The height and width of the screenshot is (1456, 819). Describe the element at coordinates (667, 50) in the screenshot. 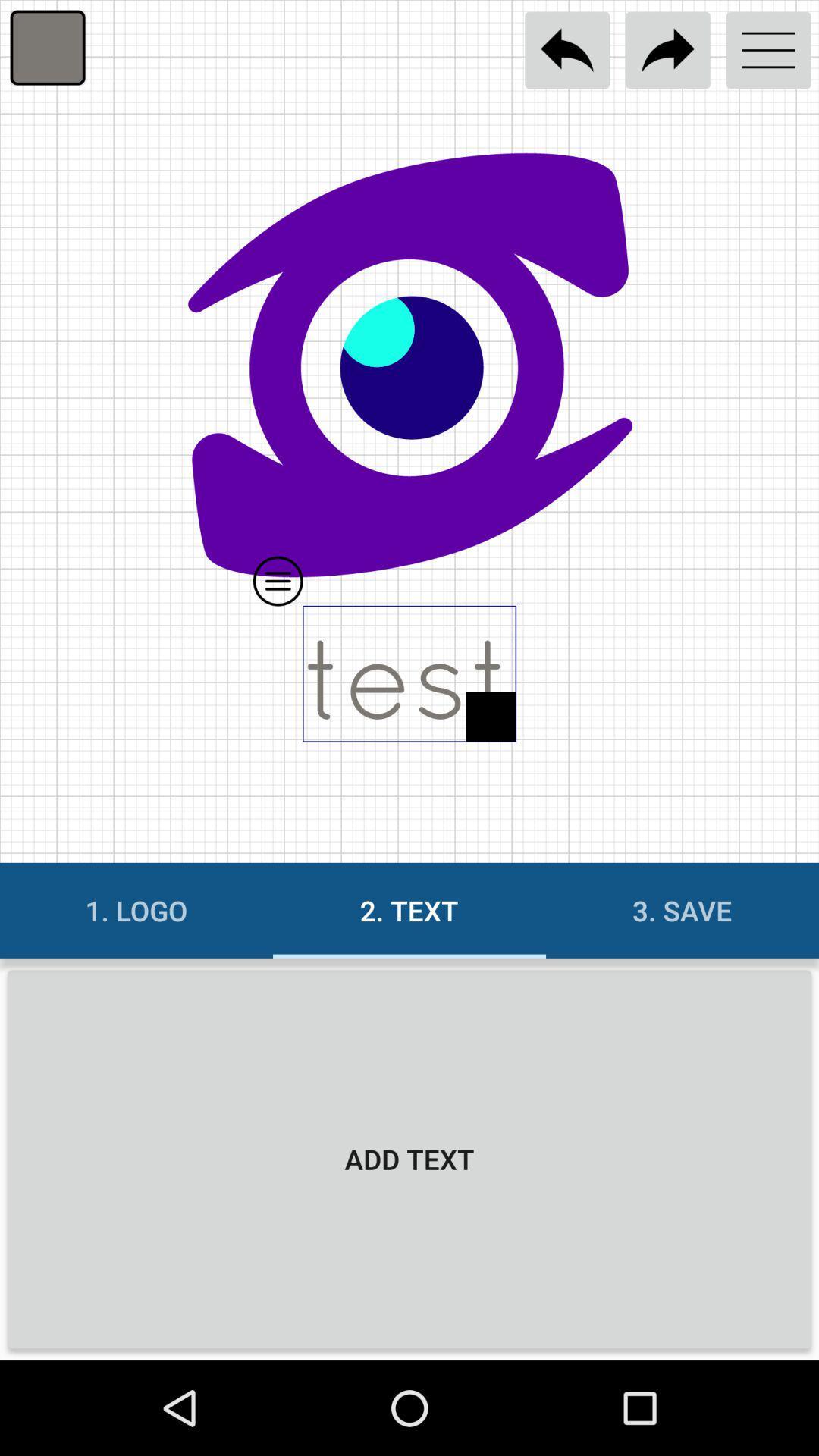

I see `go forward to next page` at that location.